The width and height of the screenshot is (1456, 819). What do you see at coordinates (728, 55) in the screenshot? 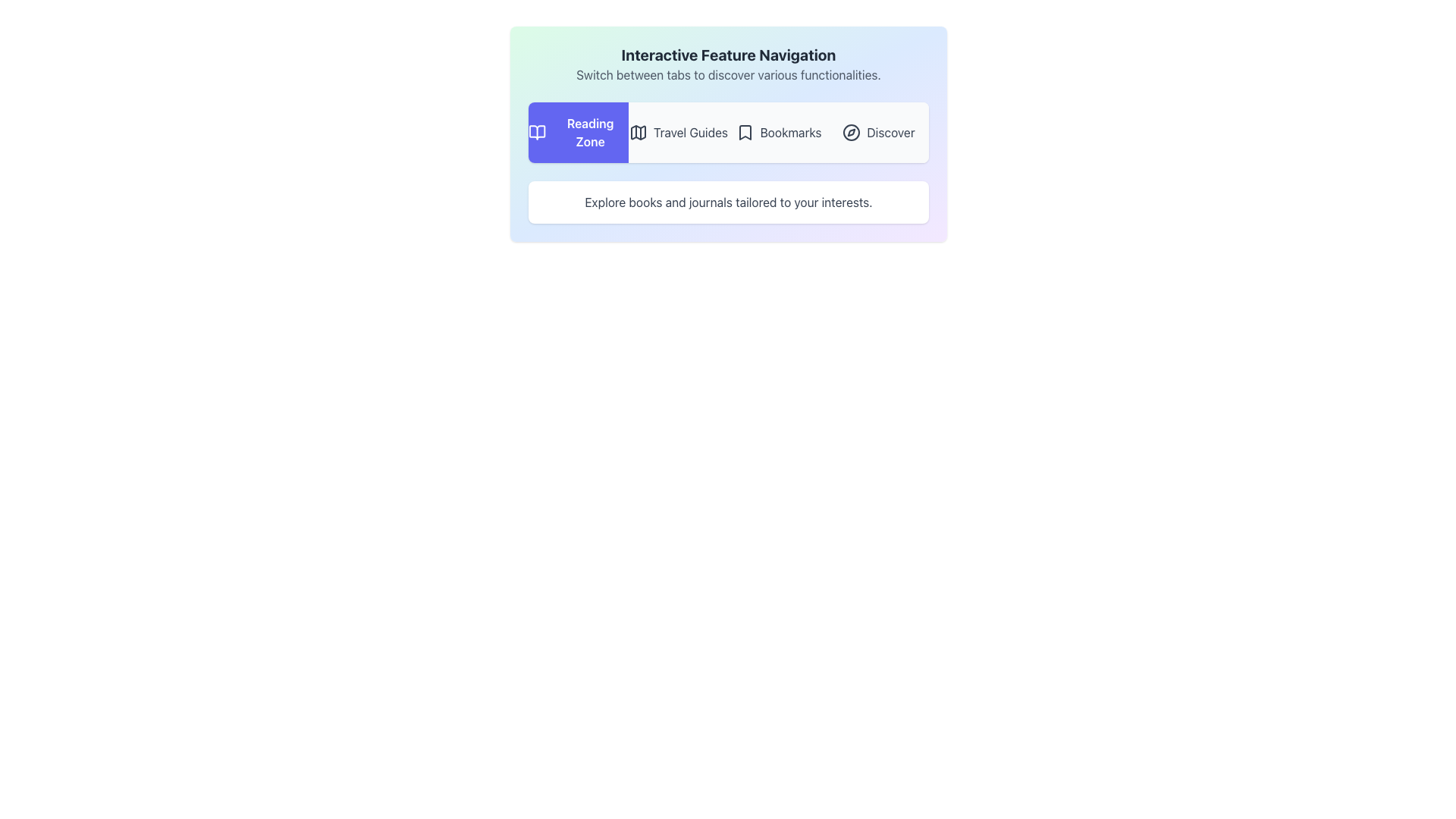
I see `text label that serves as the title for the section, positioned at the upper part of the interface, above the text 'Switch between tabs to discover various functionalities.'` at bounding box center [728, 55].